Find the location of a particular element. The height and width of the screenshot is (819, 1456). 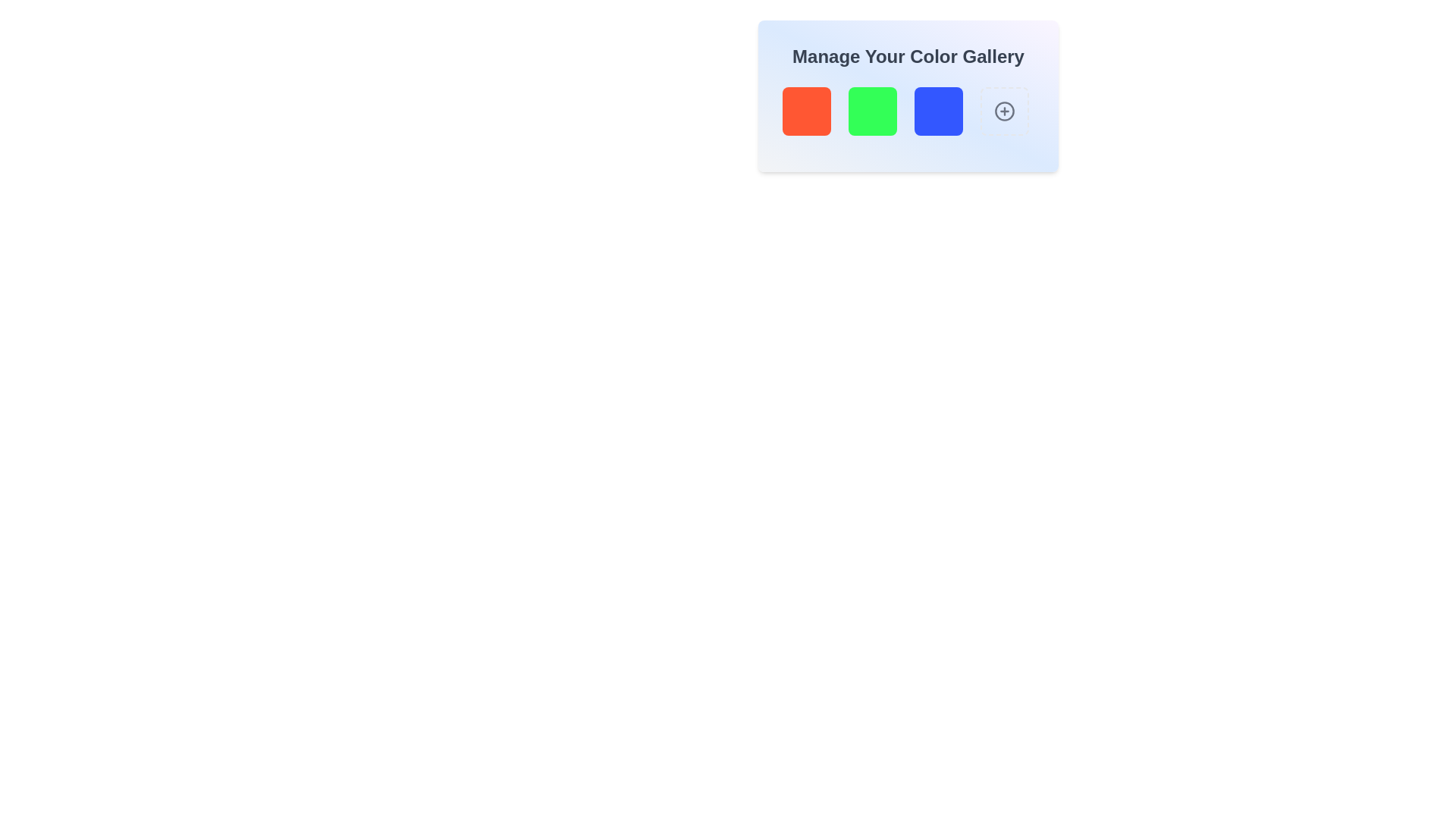

the circular graphical element within the 'circle-plus' SVG icon, which is located on the right side of the row of icons under the 'Manage Your Color Gallery' section is located at coordinates (1004, 110).